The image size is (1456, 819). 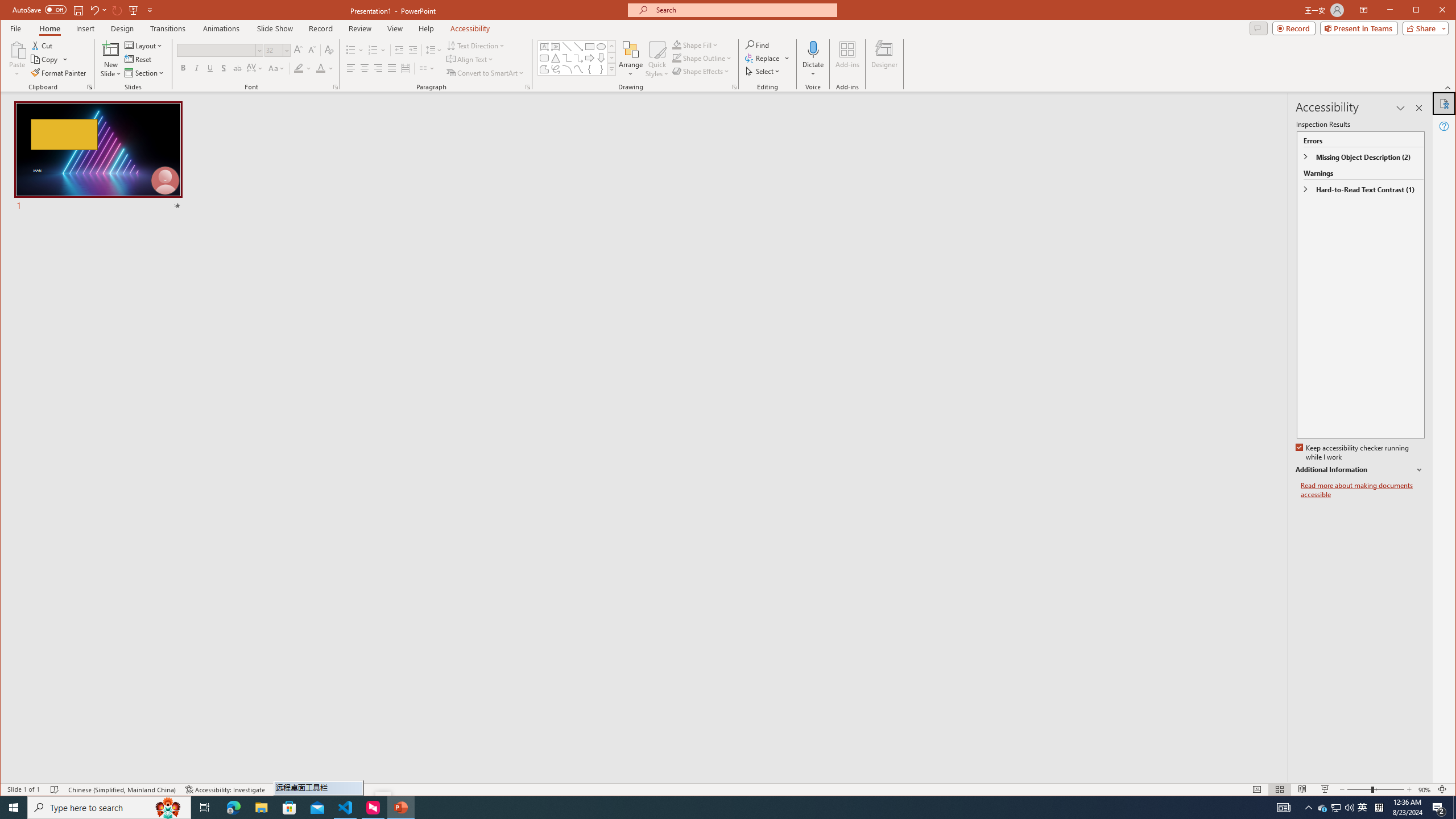 I want to click on 'Section', so click(x=144, y=72).